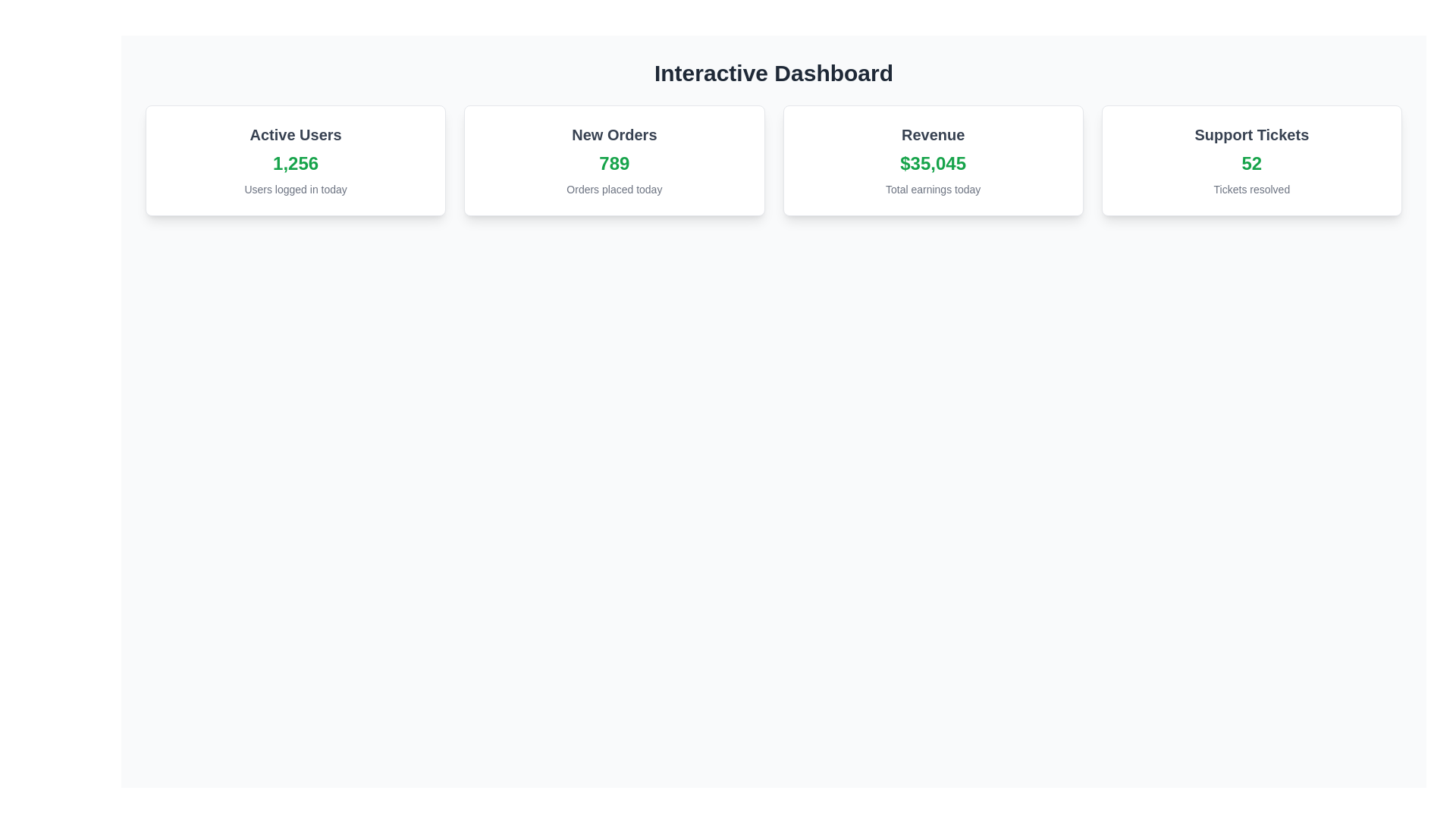 The width and height of the screenshot is (1456, 819). I want to click on the third Informational tile displaying the key financial information about 'Revenue' with the bold green number '$35,045', so click(932, 161).